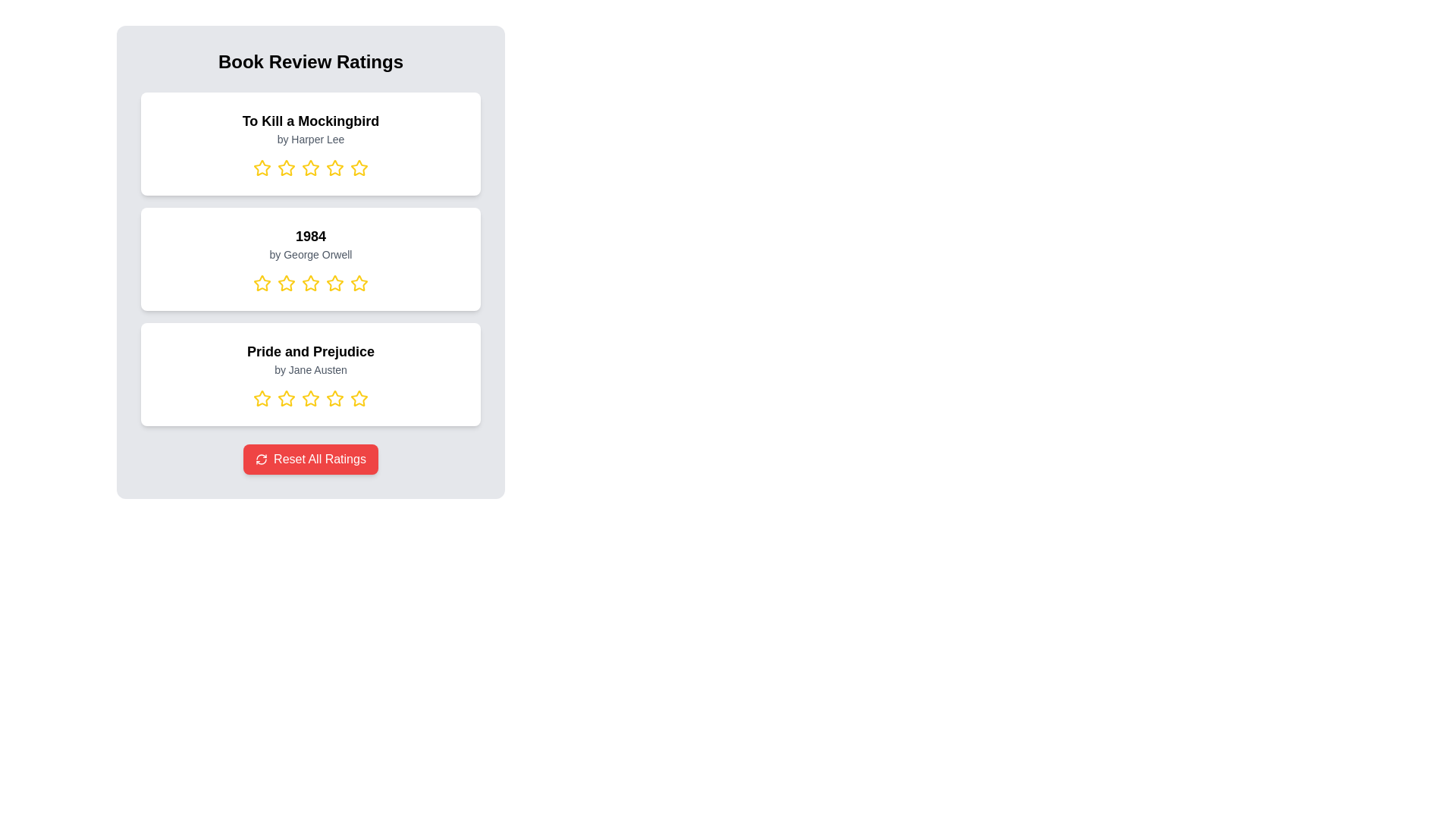 The height and width of the screenshot is (819, 1456). What do you see at coordinates (309, 397) in the screenshot?
I see `the rating for a book by selecting 3 stars for the book titled Pride and Prejudice` at bounding box center [309, 397].